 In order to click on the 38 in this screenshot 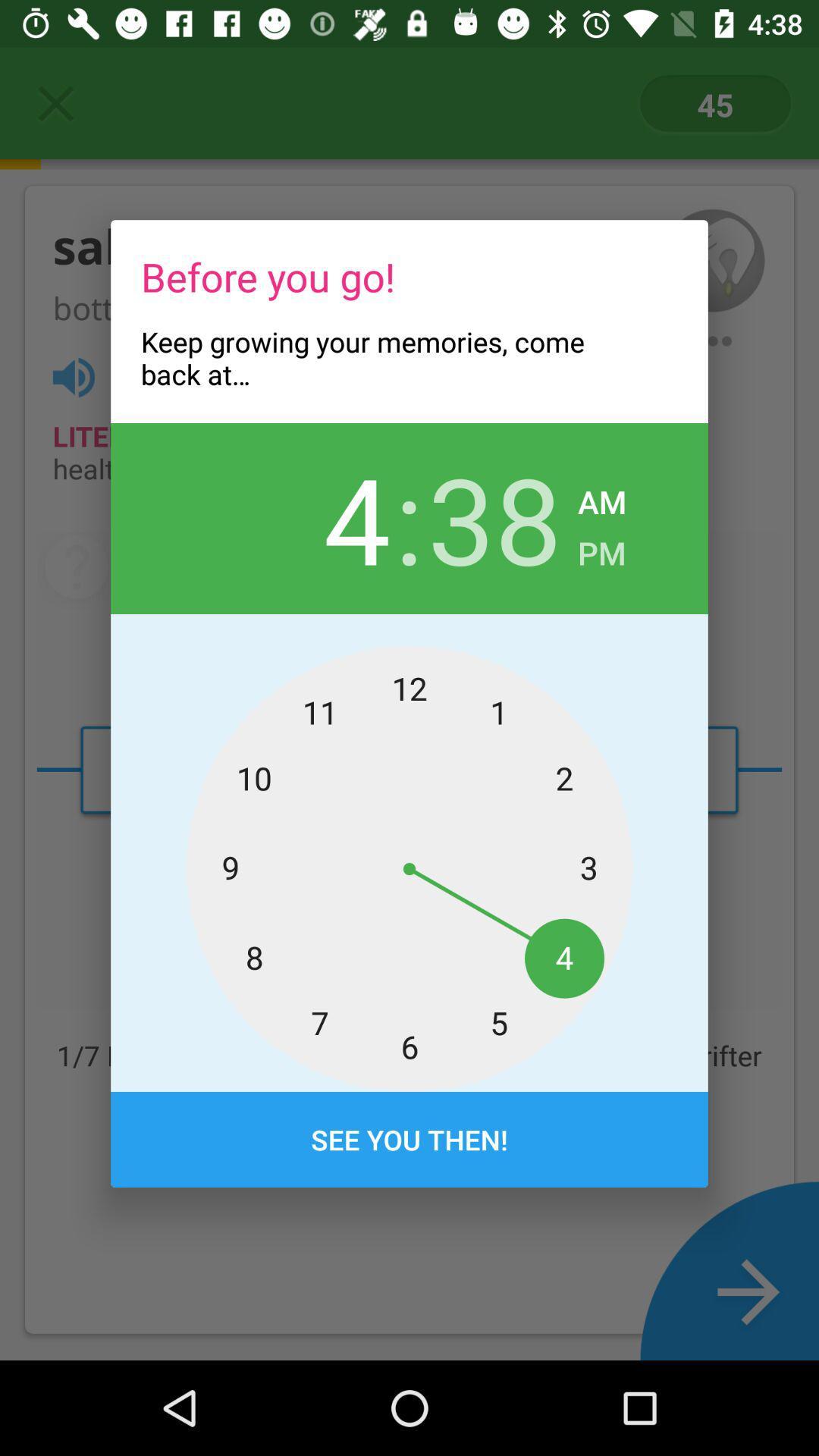, I will do `click(494, 518)`.